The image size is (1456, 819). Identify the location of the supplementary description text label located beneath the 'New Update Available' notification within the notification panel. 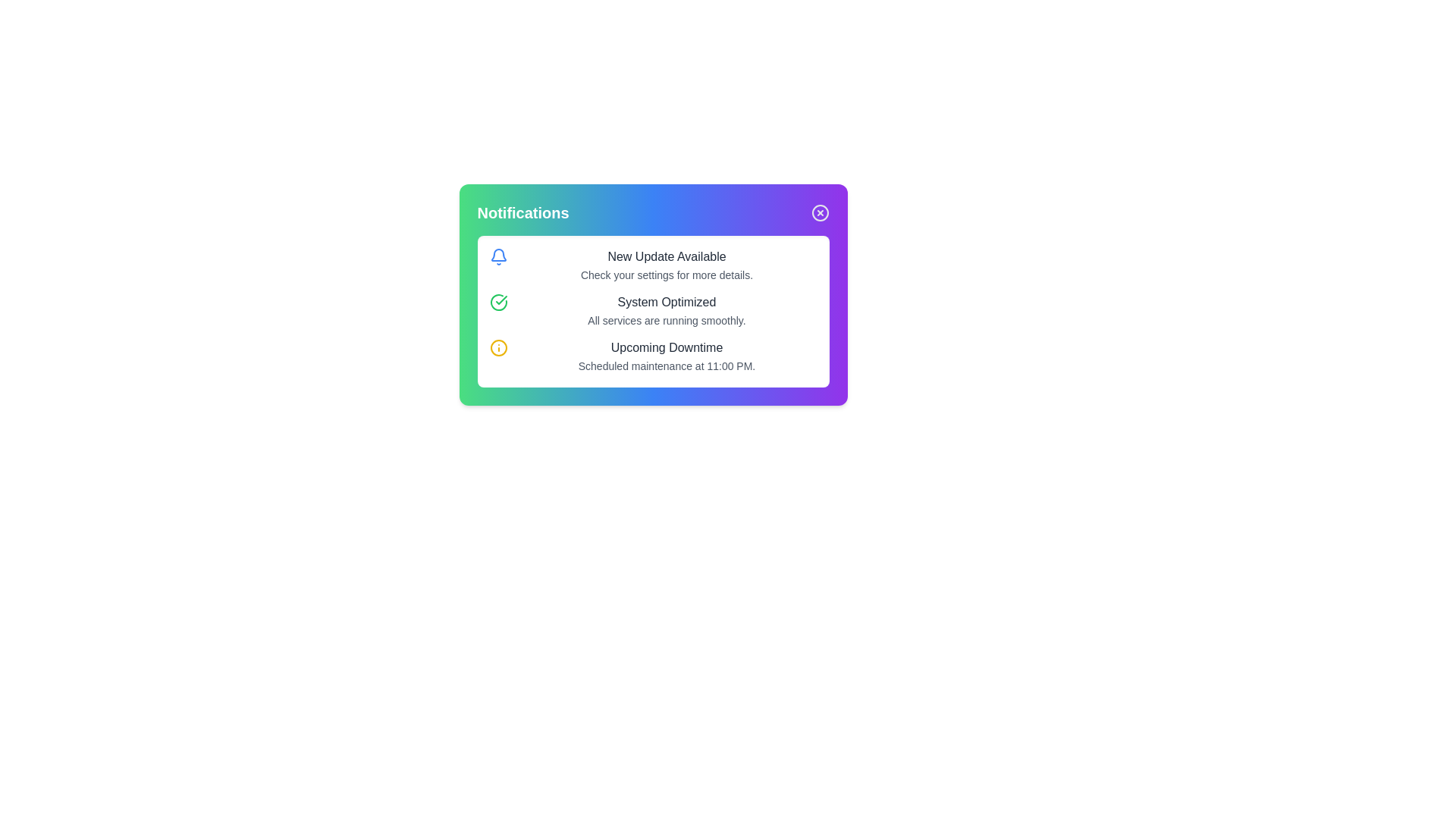
(667, 275).